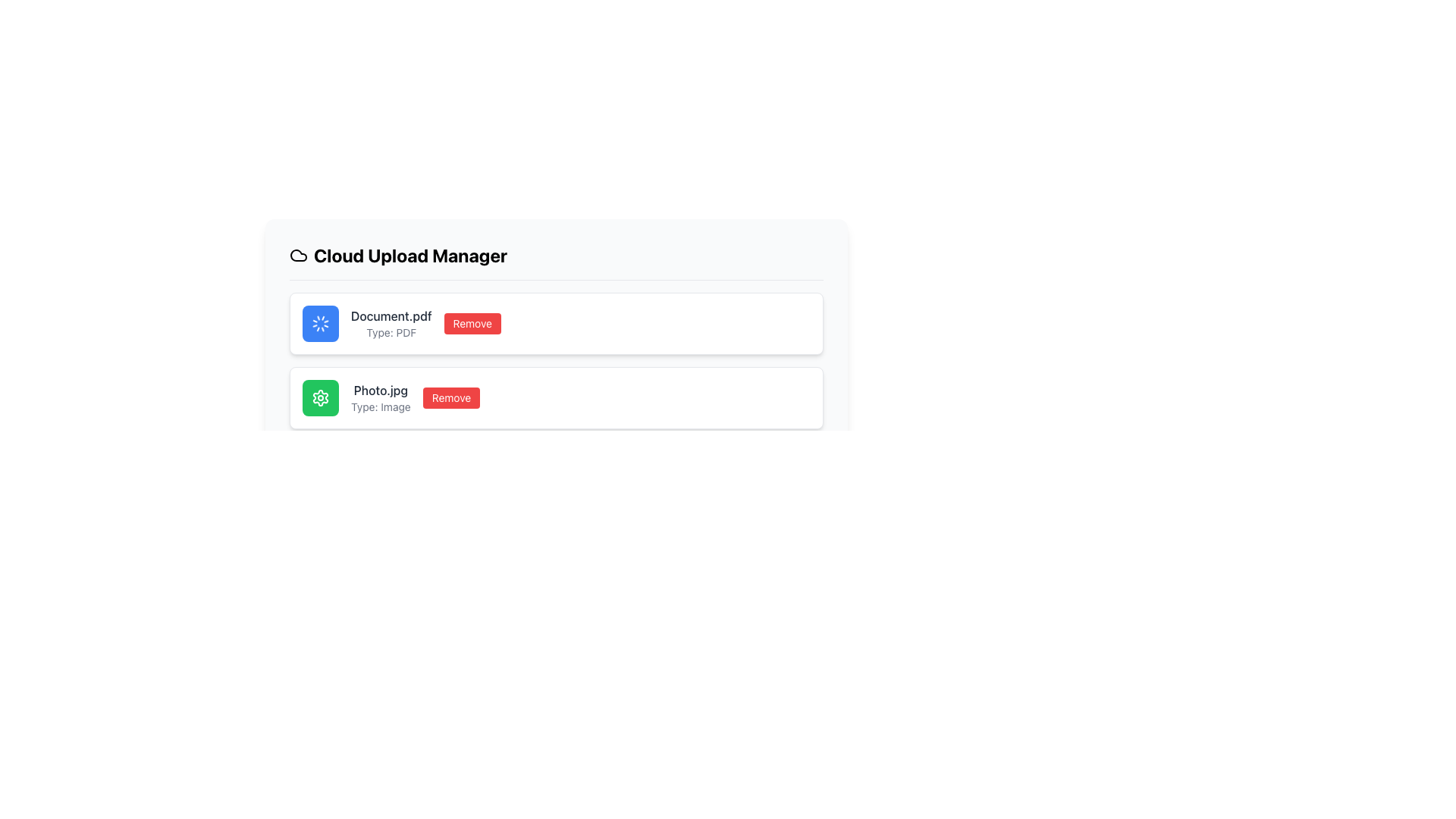  Describe the element at coordinates (472, 323) in the screenshot. I see `the Remove button associated with the 'Document.pdf' file item` at that location.